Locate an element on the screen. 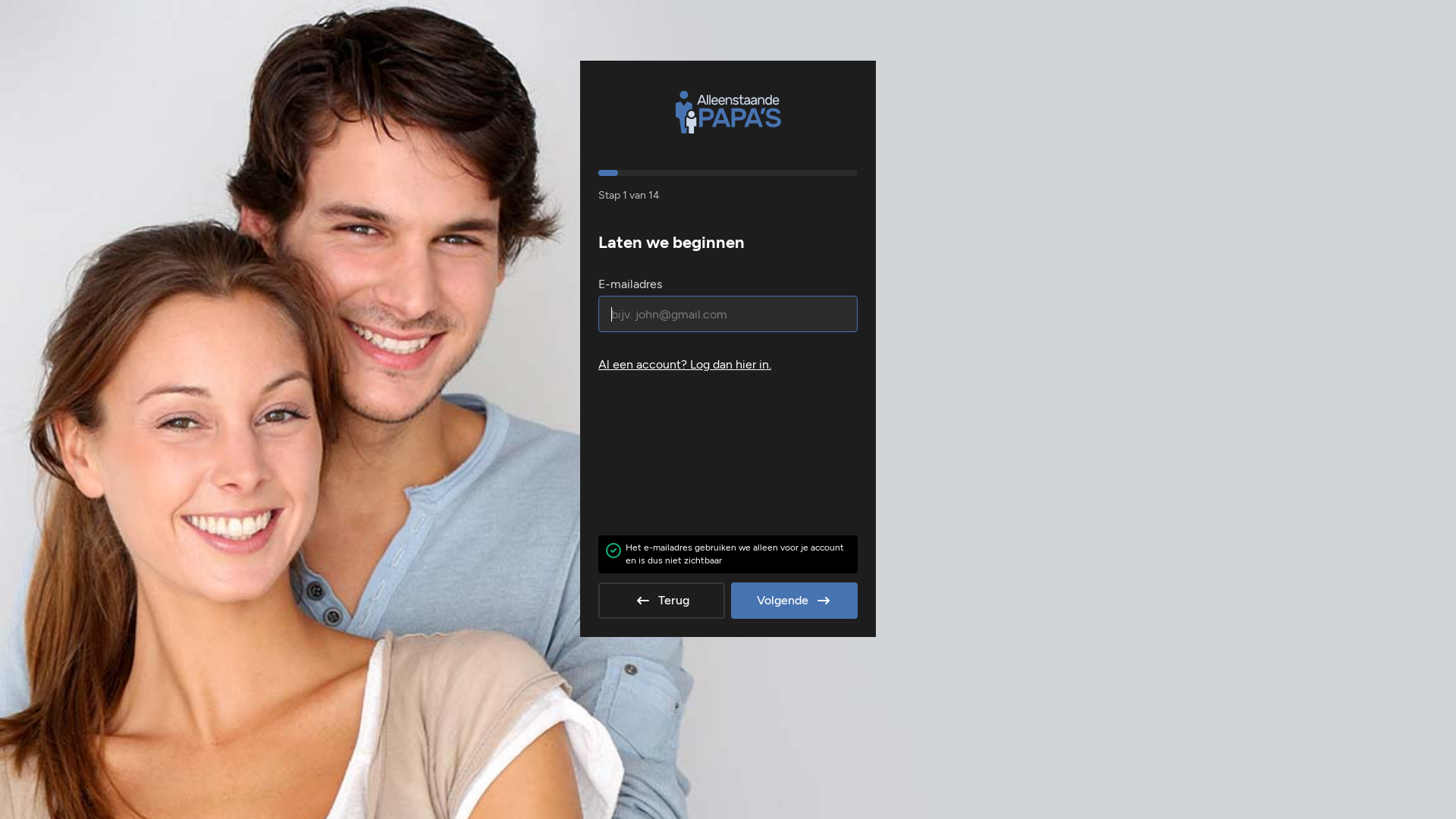 Image resolution: width=1456 pixels, height=819 pixels. 'Al een account? Log dan hier in.' is located at coordinates (728, 365).